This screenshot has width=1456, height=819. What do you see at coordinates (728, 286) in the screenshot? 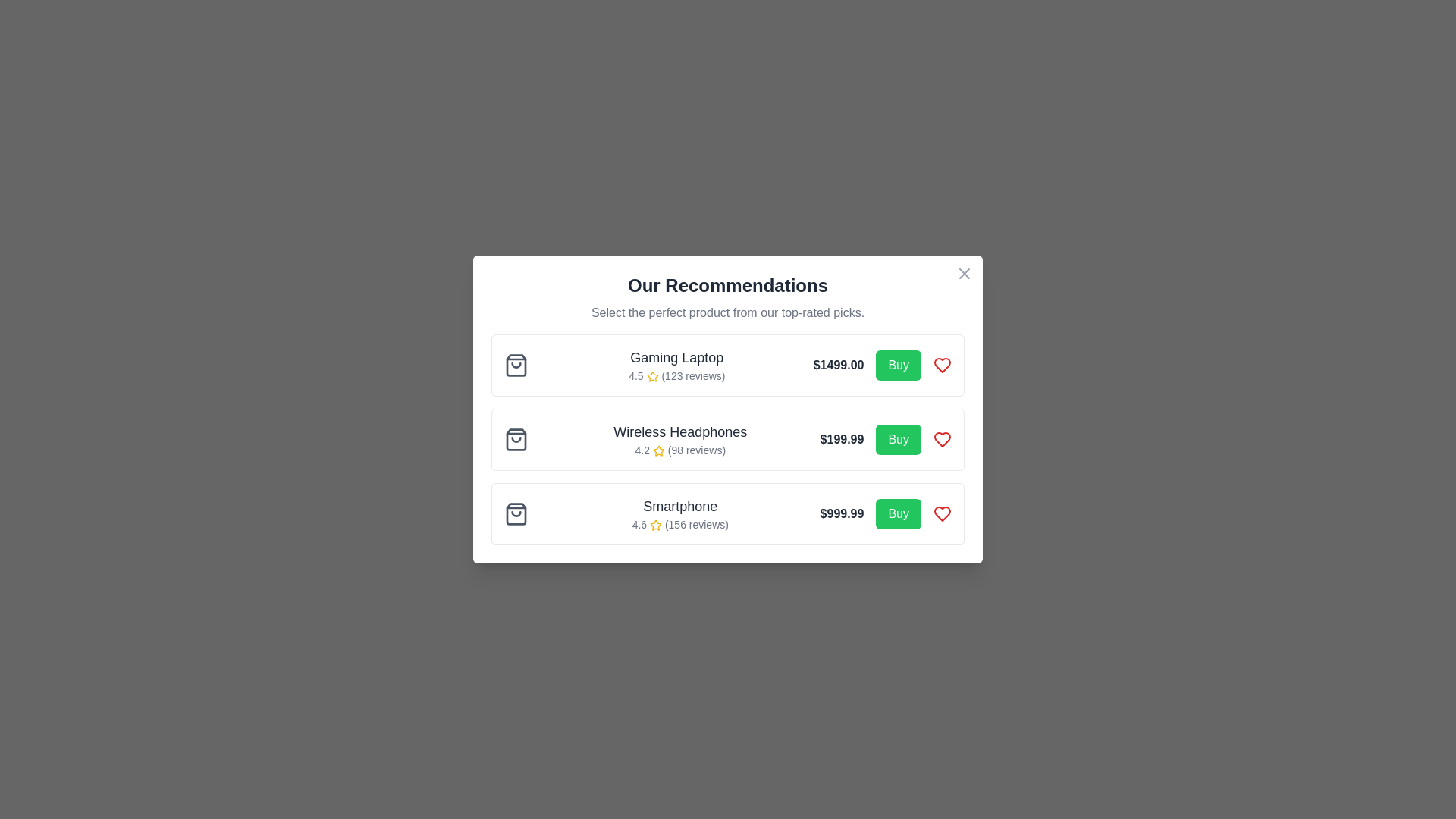
I see `the bold text label displaying 'Our Recommendations', which is styled prominently as the title of the section` at bounding box center [728, 286].